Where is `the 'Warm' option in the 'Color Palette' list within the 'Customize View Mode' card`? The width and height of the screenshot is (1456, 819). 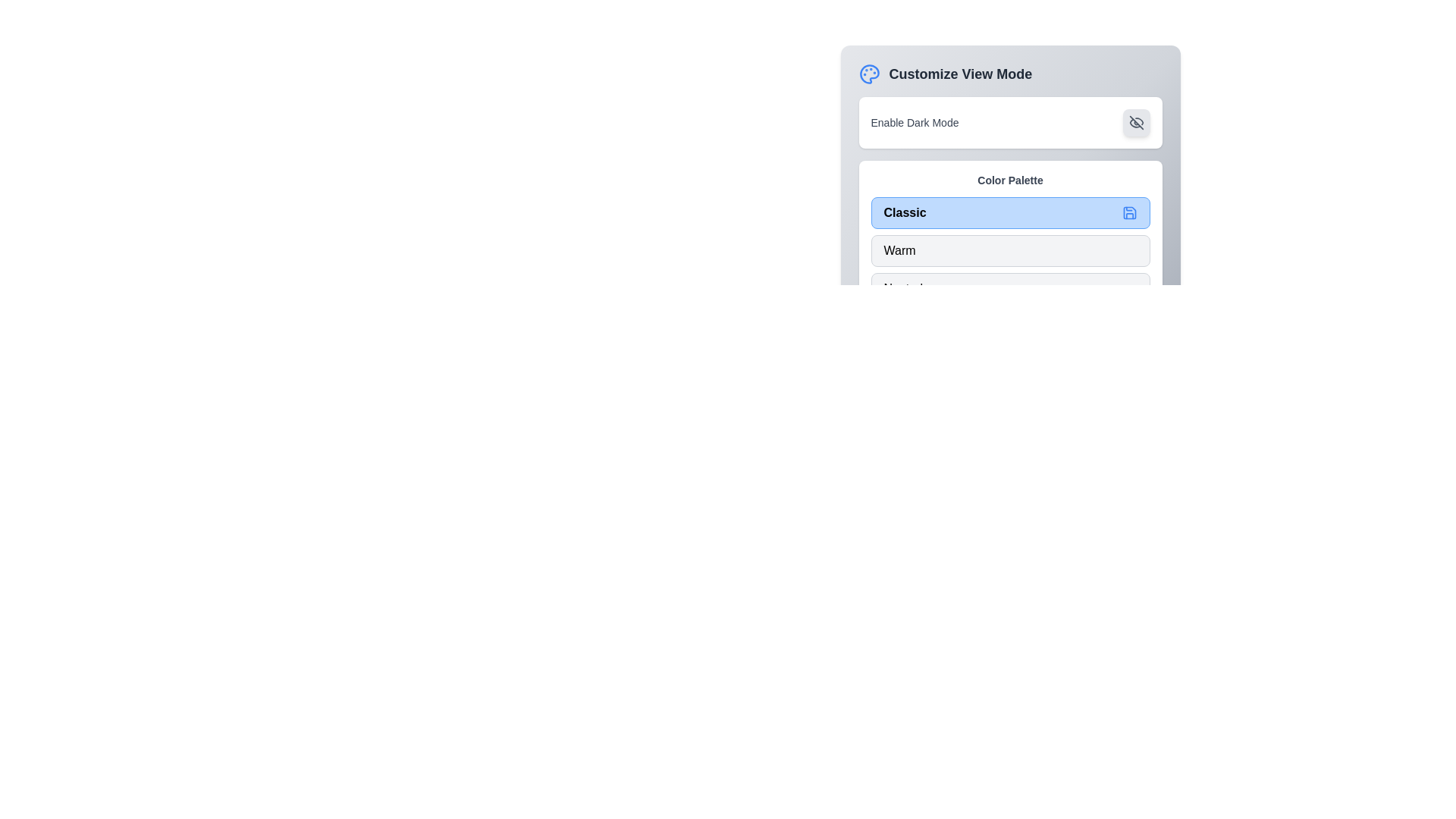 the 'Warm' option in the 'Color Palette' list within the 'Customize View Mode' card is located at coordinates (1010, 256).